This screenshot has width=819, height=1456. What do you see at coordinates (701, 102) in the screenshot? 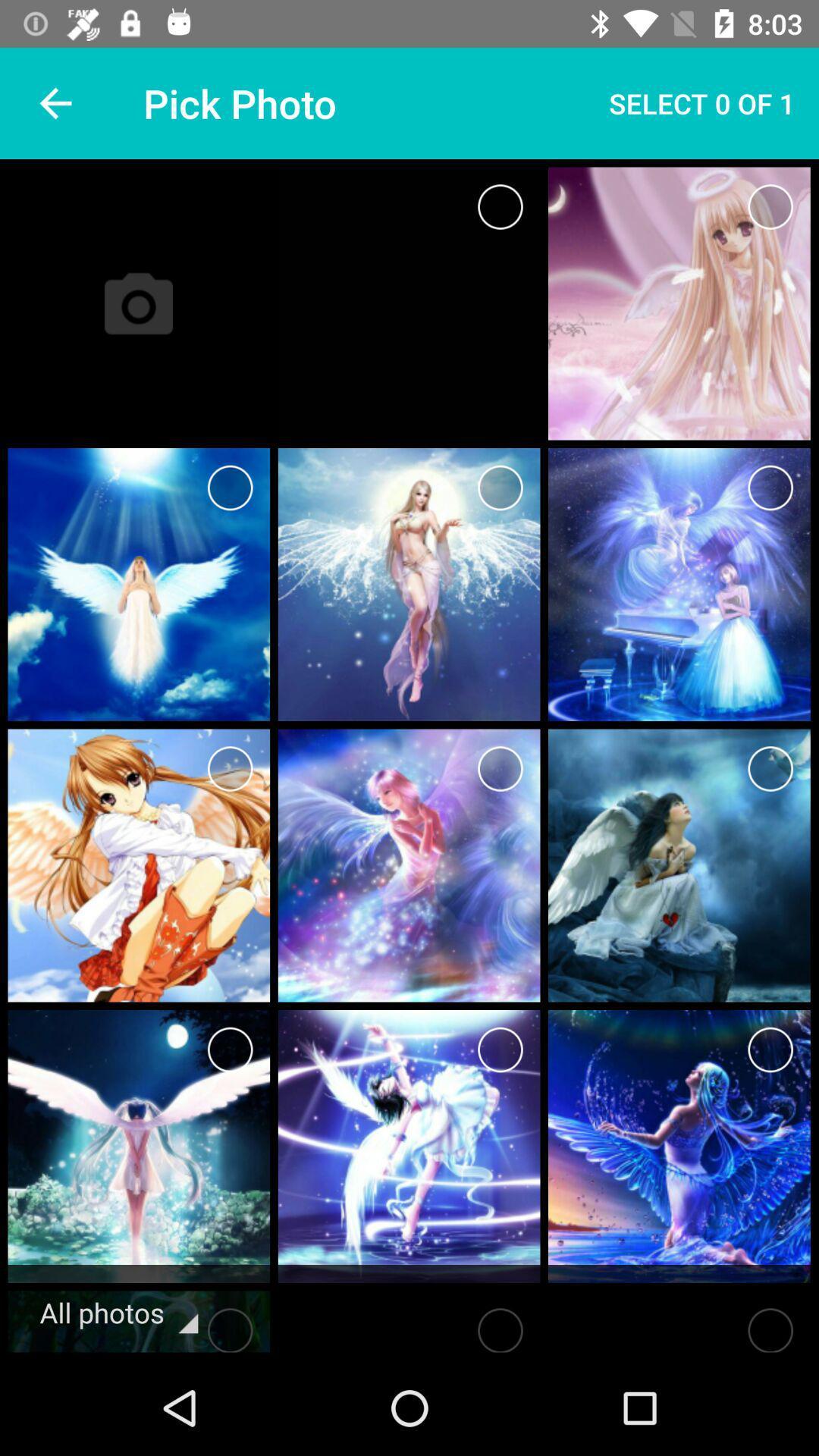
I see `select 0 of item` at bounding box center [701, 102].